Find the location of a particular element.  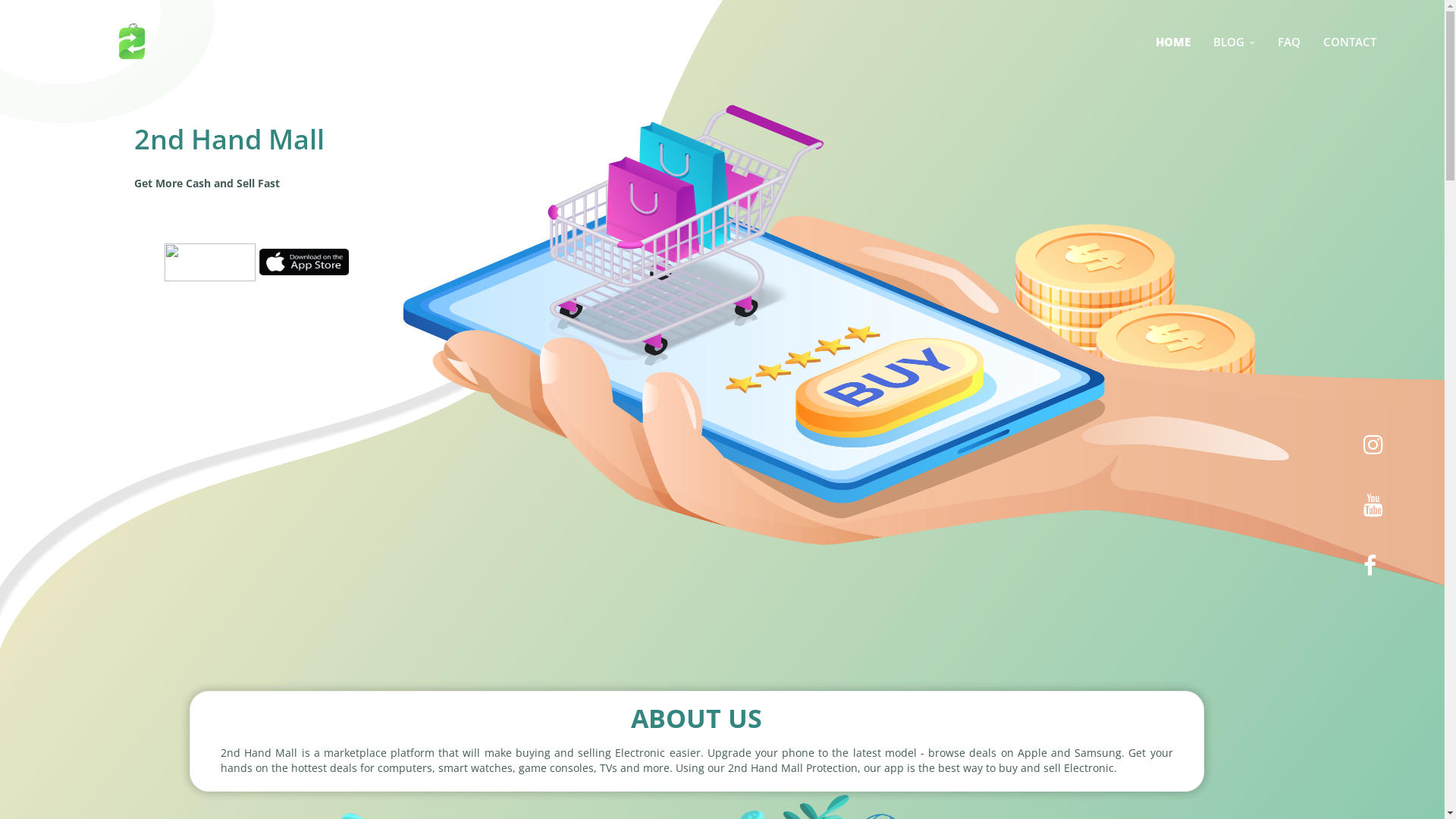

'HOME' is located at coordinates (1172, 40).